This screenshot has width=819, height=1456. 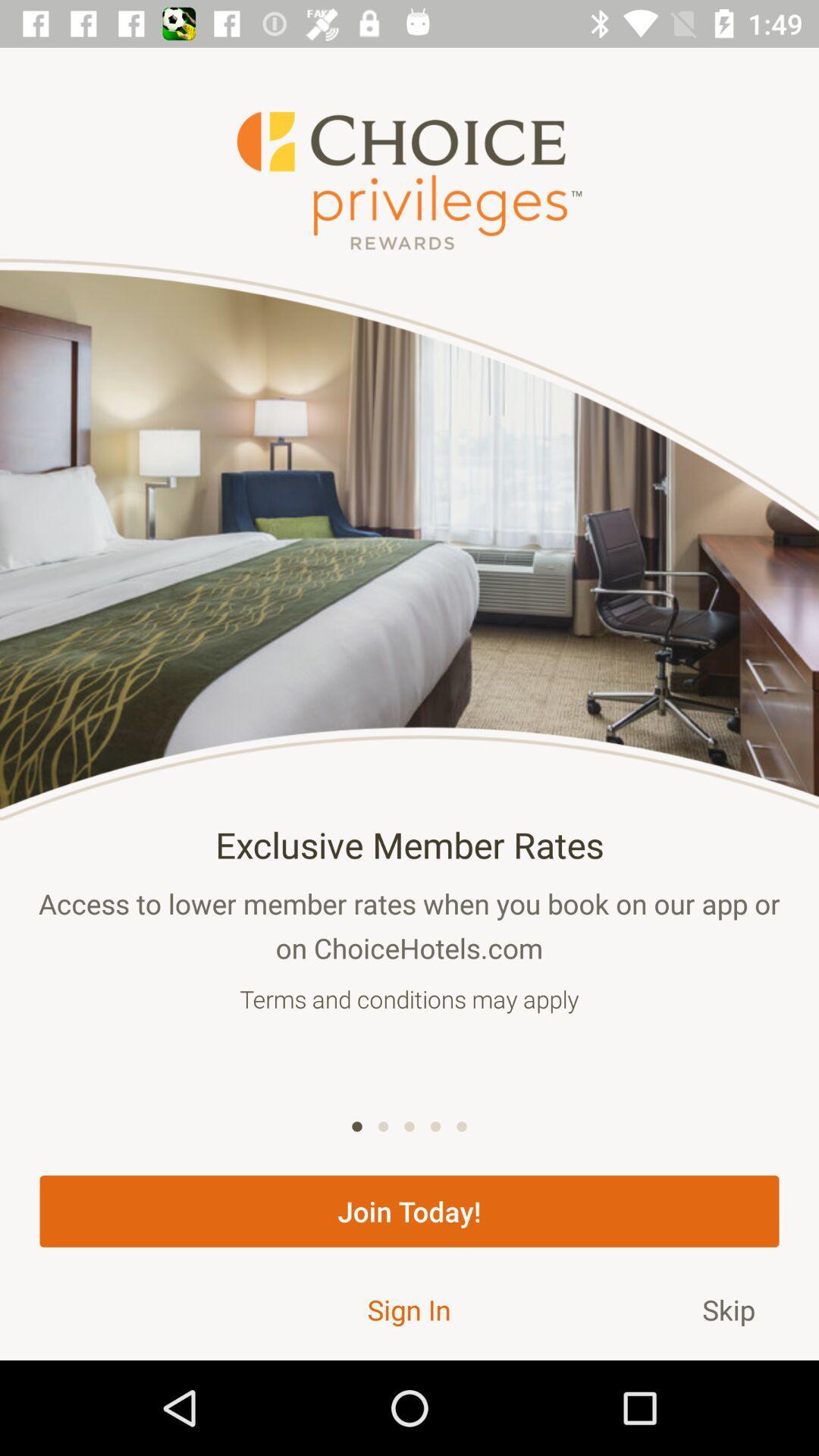 I want to click on the join today! item, so click(x=409, y=1210).